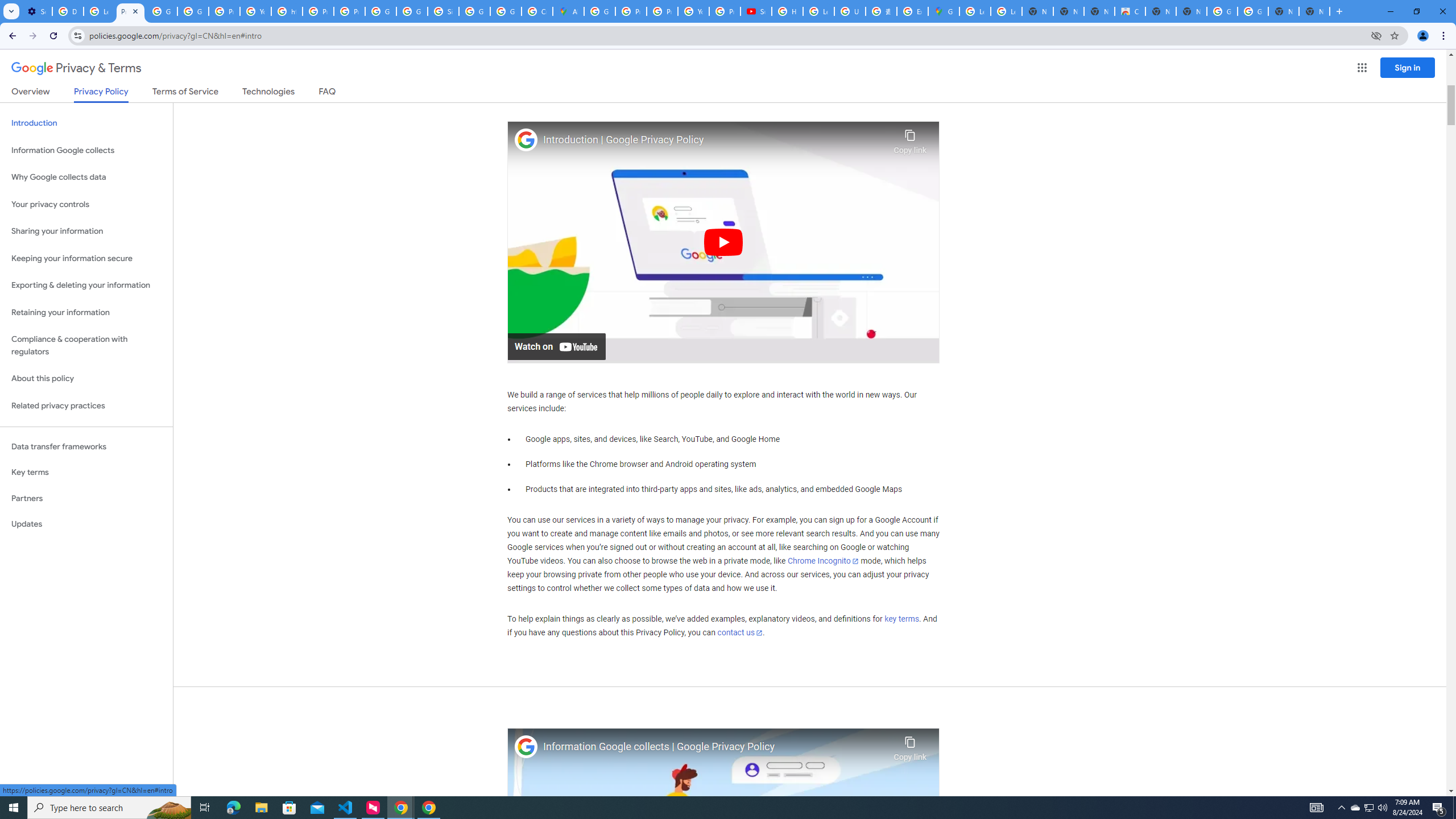  Describe the element at coordinates (715, 139) in the screenshot. I see `'Introduction | Google Privacy Policy'` at that location.